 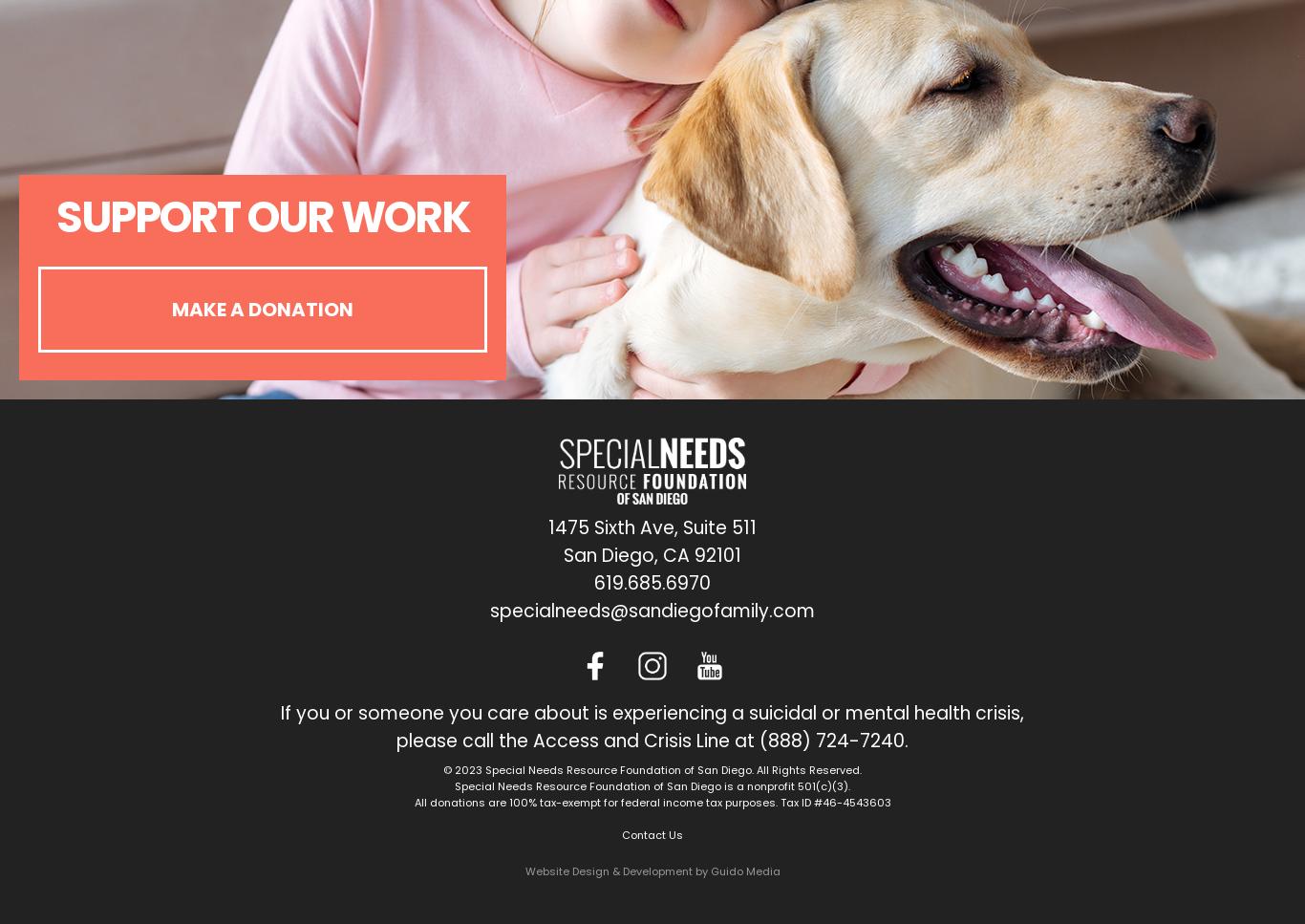 I want to click on '& Development by', so click(x=658, y=870).